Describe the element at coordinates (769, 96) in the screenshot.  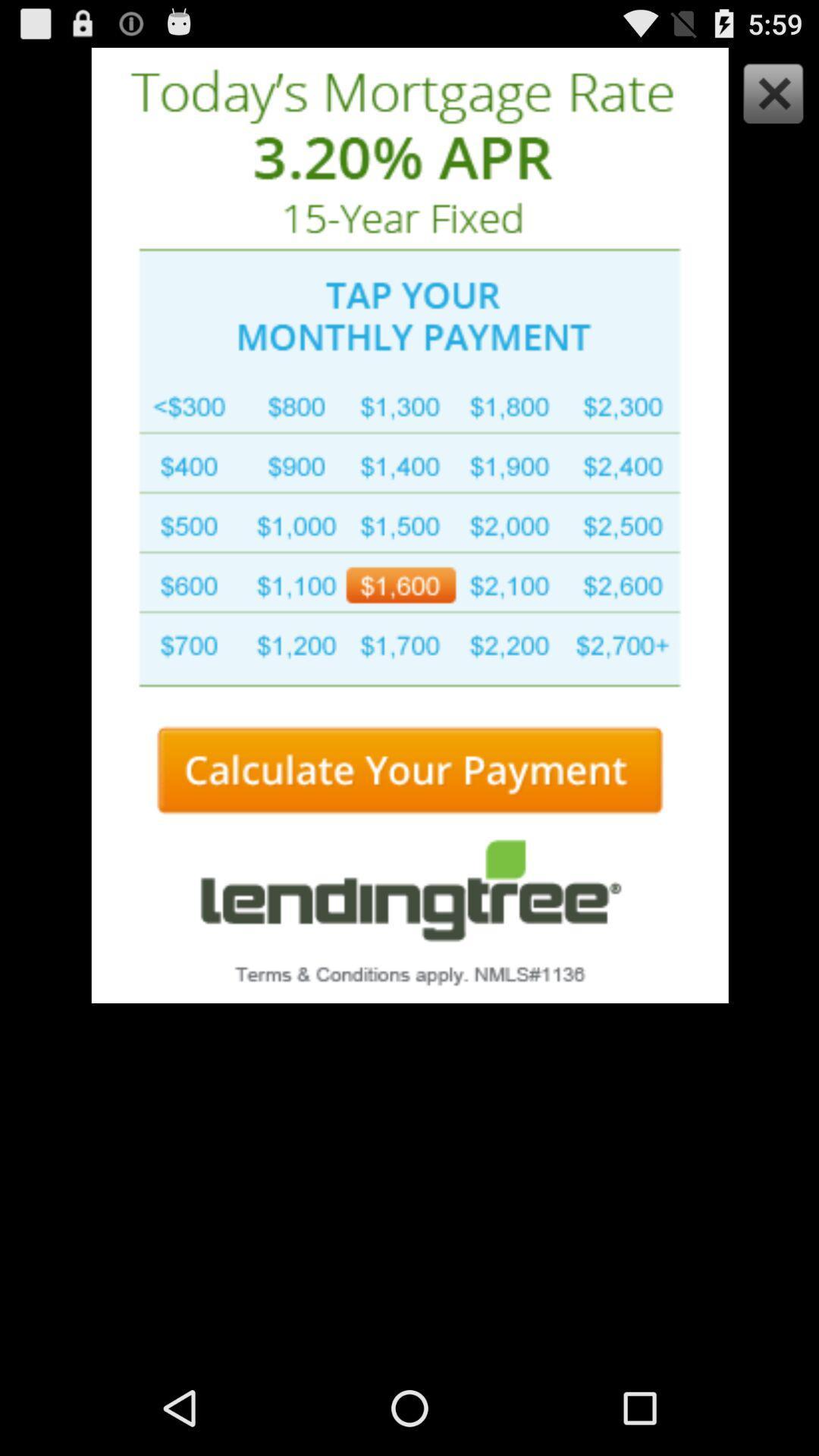
I see `advertisement` at that location.